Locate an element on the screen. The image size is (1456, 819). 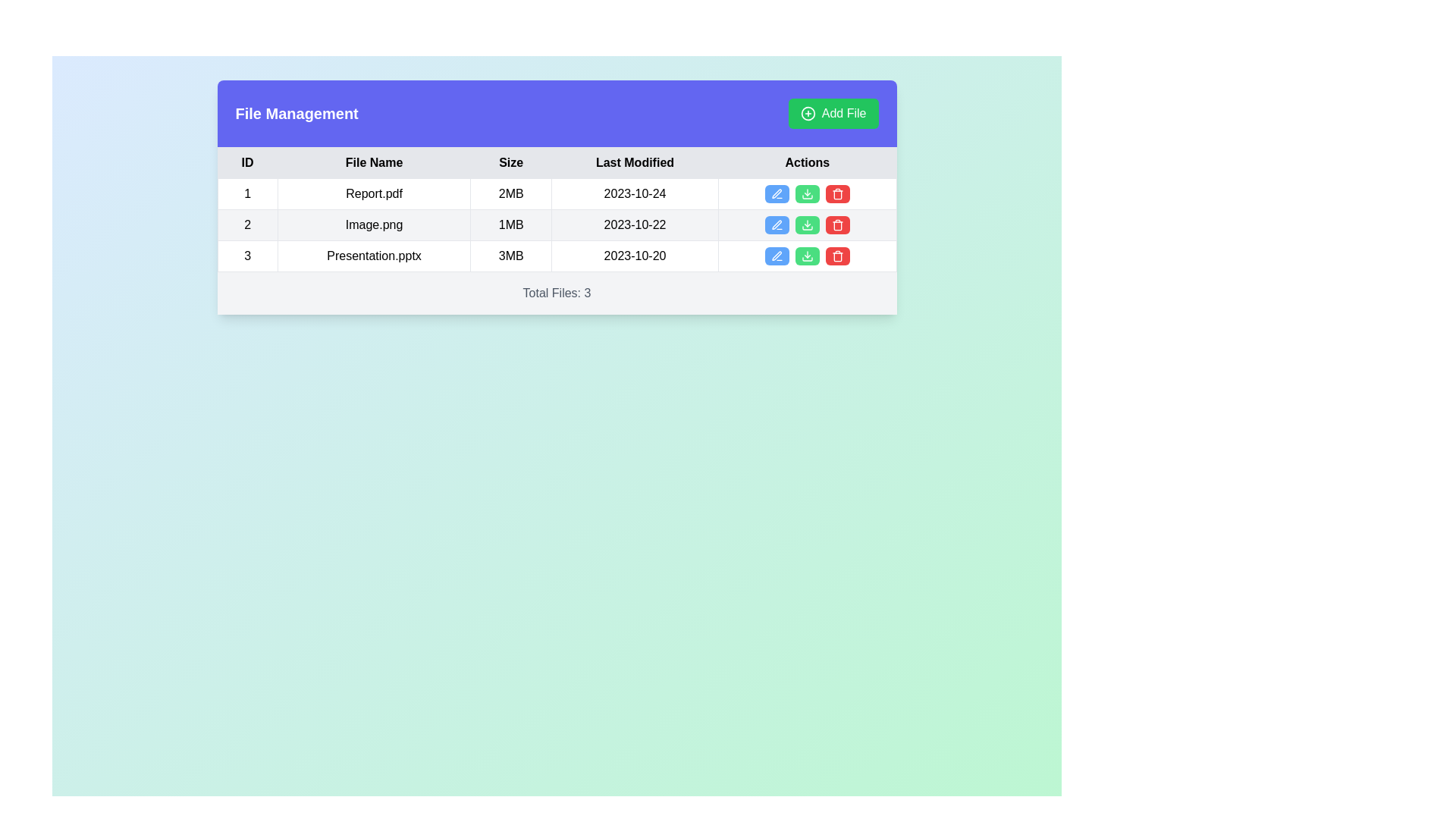
the first column header cell in the data table that marks the 'ID' field is located at coordinates (247, 163).